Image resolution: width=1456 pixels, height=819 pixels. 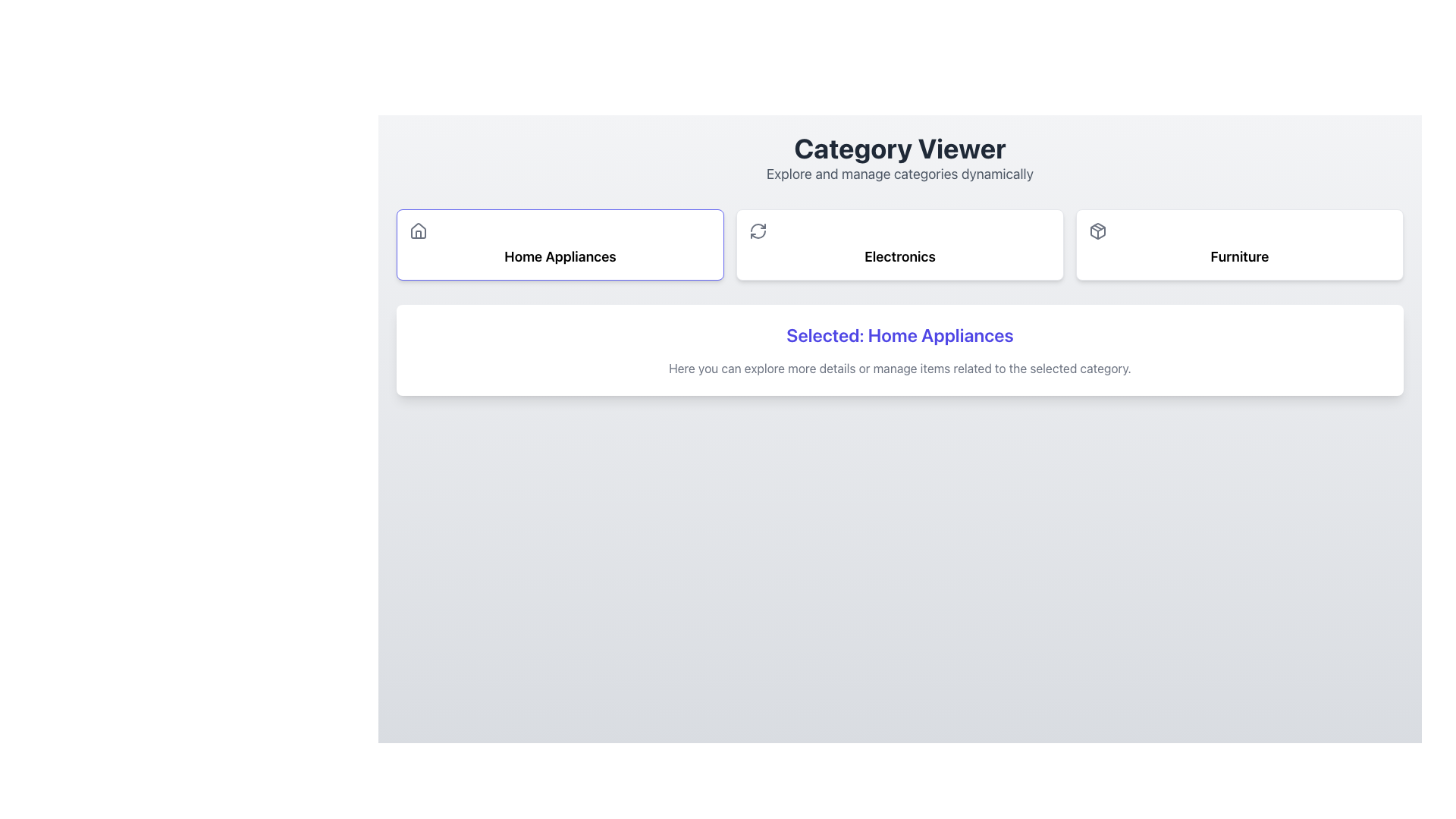 What do you see at coordinates (899, 174) in the screenshot?
I see `the subtitle text 'Explore and manage categories dynamically' located under the title 'Category Viewer'` at bounding box center [899, 174].